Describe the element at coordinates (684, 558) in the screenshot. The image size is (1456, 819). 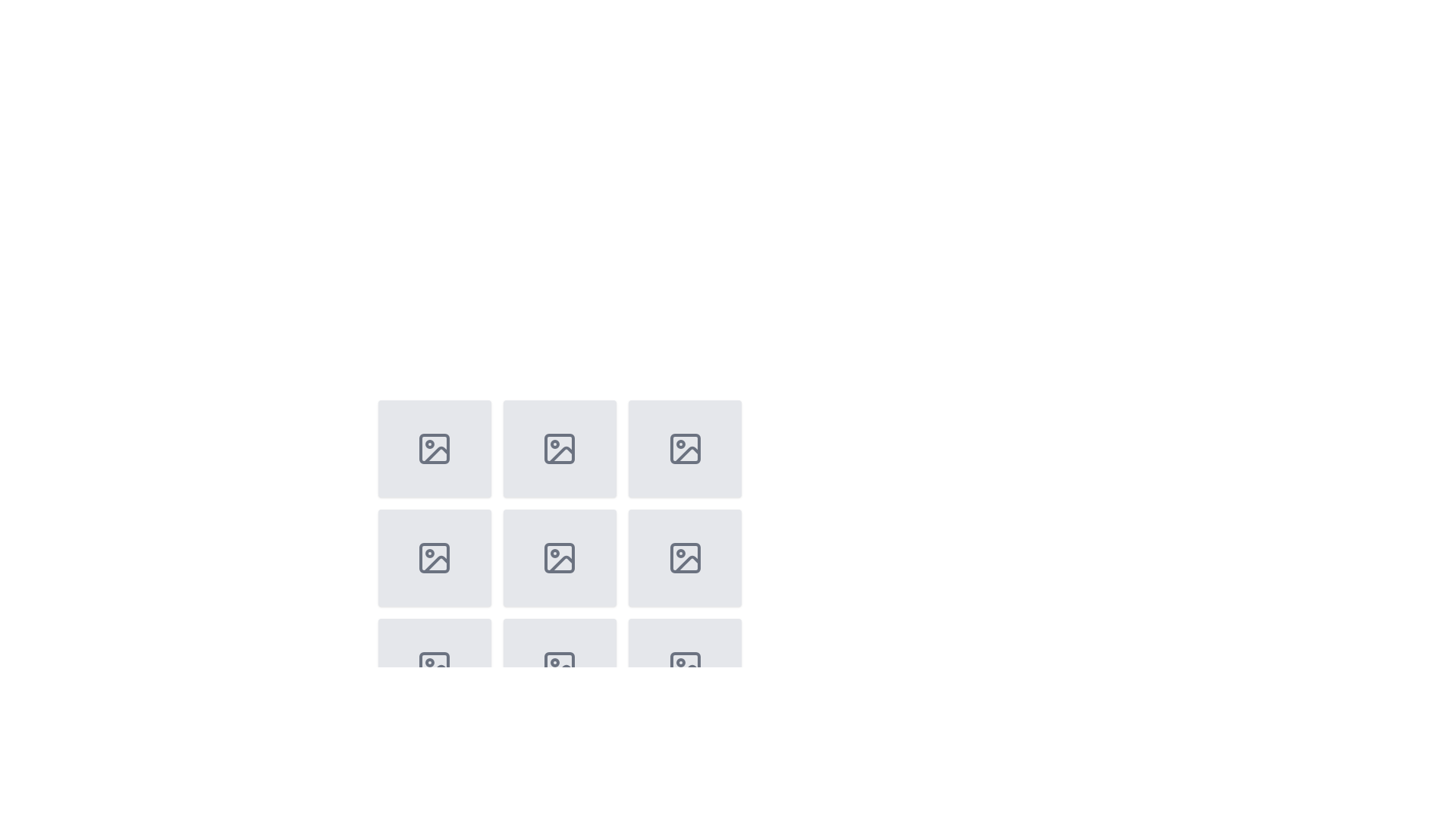
I see `the Icon component background, which is a rectangle with rounded corners styled with a gray outline, located in the fifth position of a three-row, three-column grid layout` at that location.